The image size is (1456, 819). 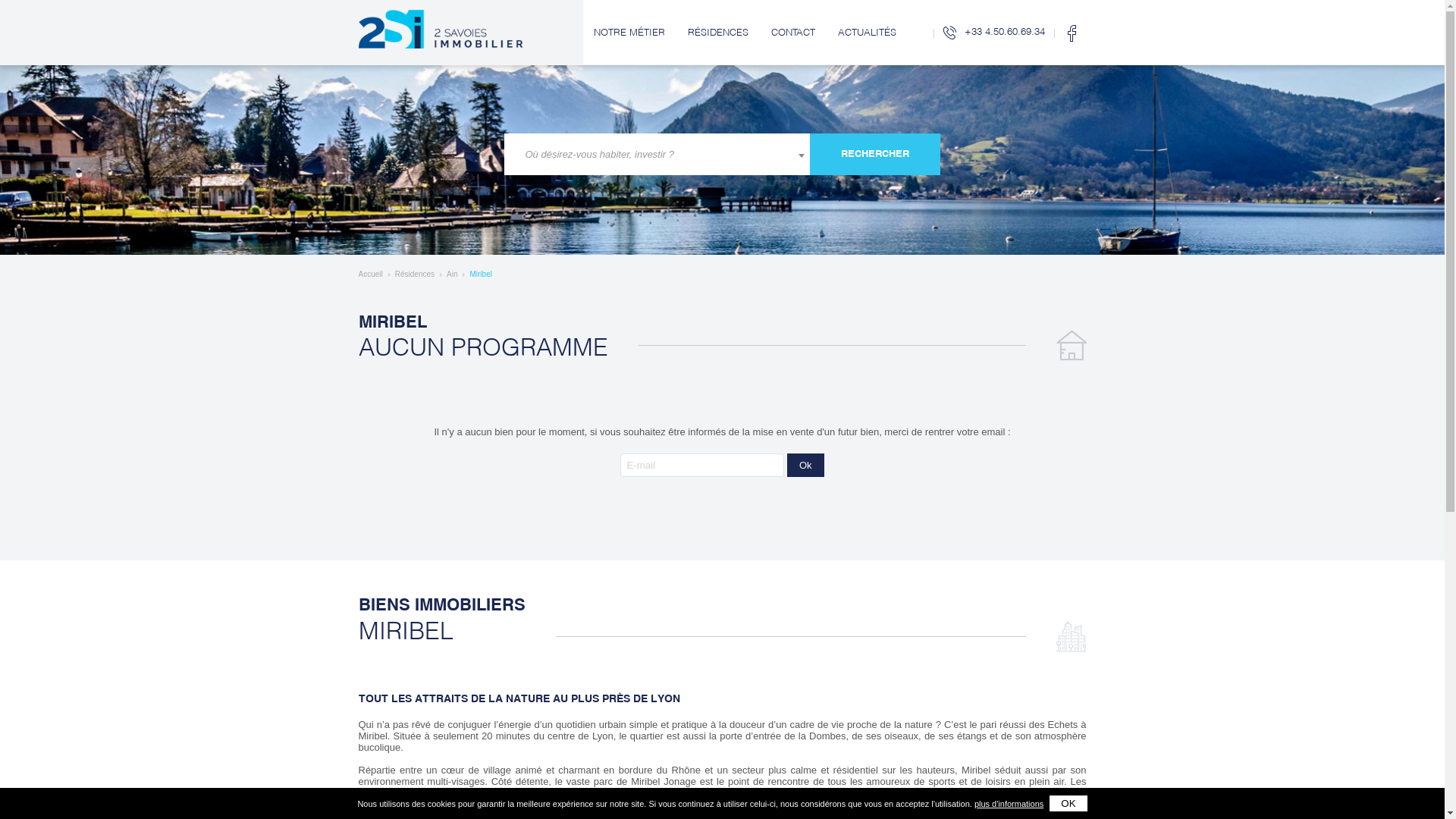 I want to click on 'Ok', so click(x=805, y=464).